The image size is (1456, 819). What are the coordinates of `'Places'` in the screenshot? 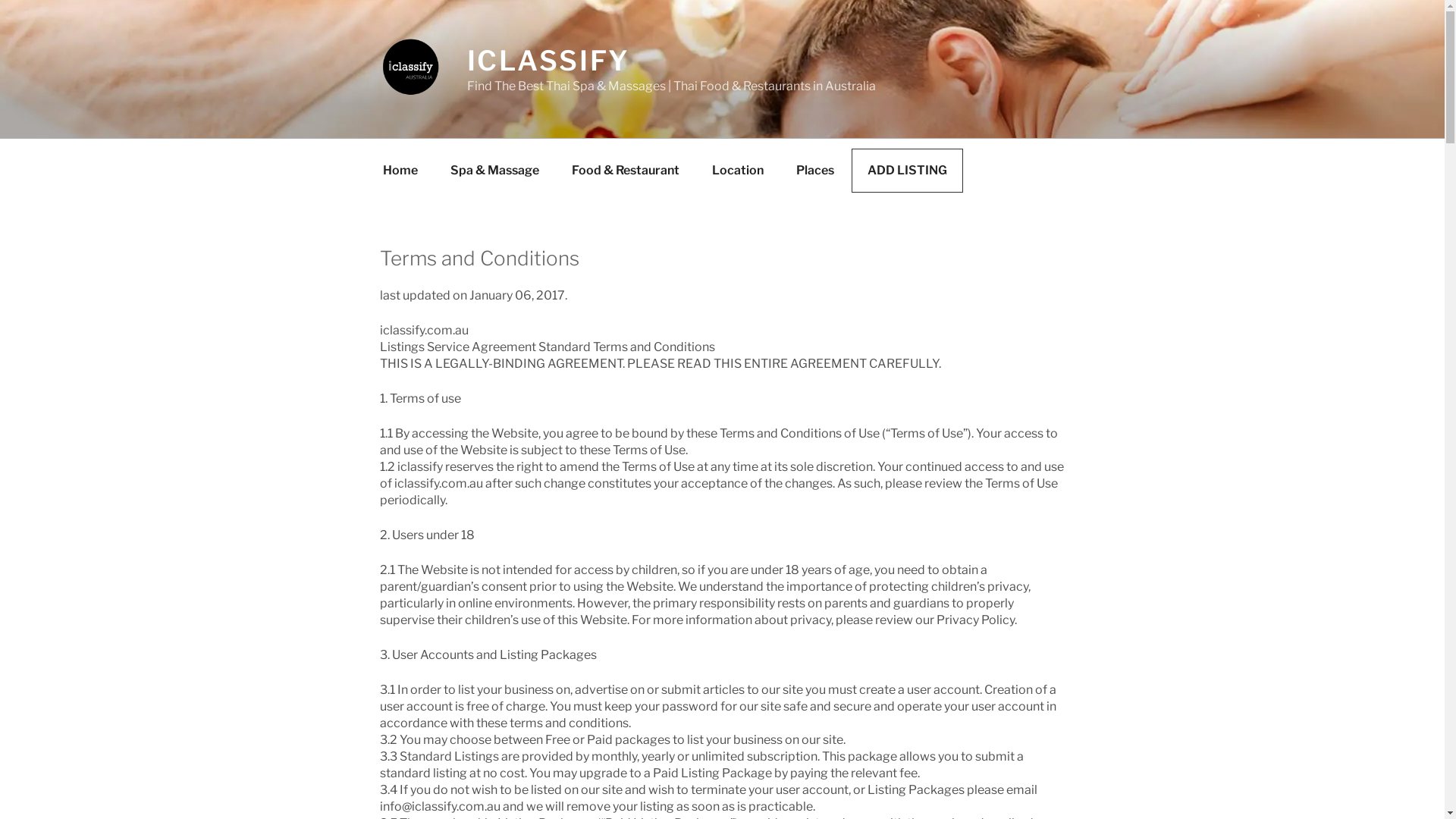 It's located at (781, 170).